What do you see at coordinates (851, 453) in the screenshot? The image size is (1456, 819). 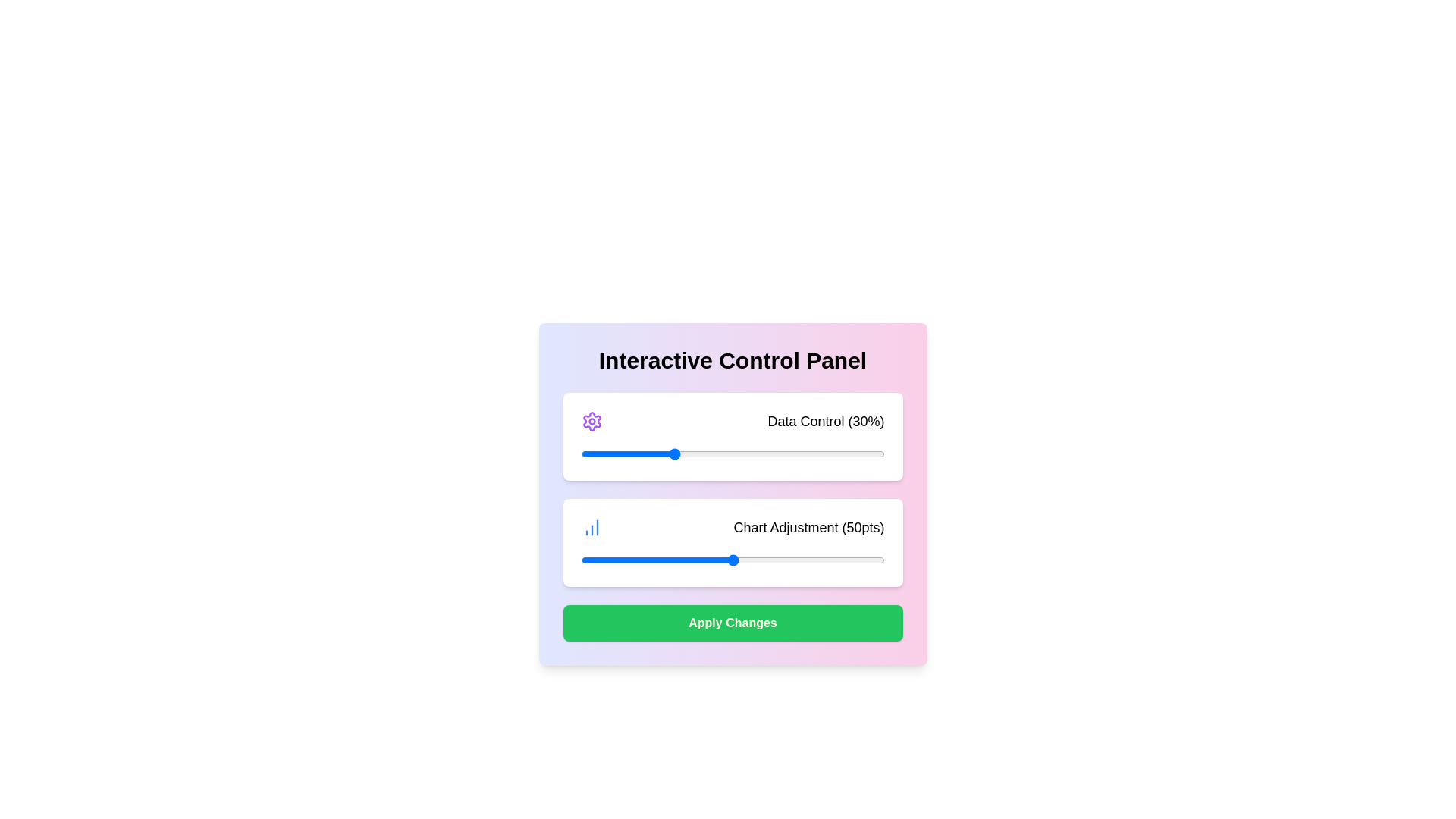 I see `the 'Data Control' slider to 89%` at bounding box center [851, 453].